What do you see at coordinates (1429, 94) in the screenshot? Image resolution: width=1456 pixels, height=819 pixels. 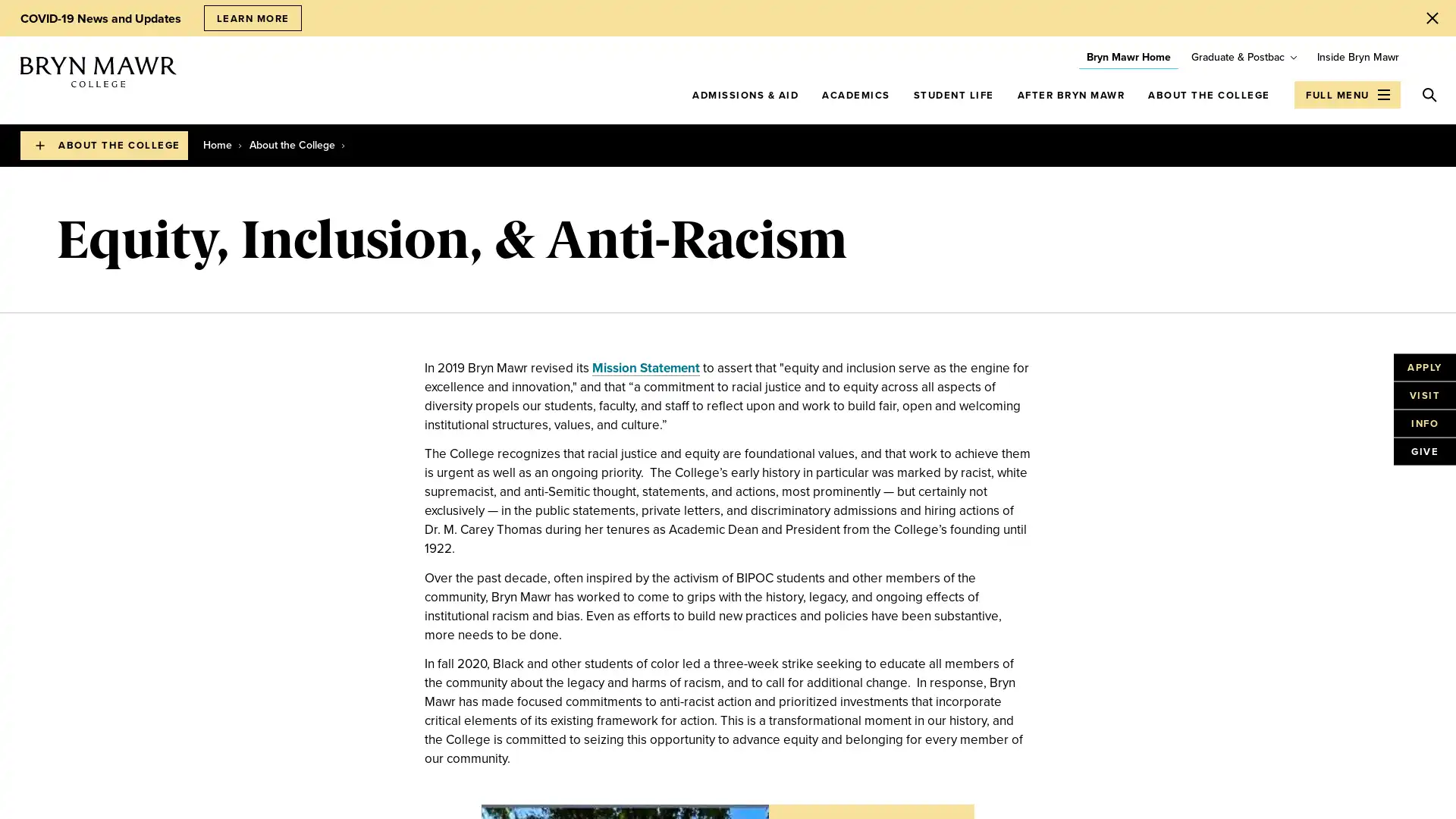 I see `Search` at bounding box center [1429, 94].